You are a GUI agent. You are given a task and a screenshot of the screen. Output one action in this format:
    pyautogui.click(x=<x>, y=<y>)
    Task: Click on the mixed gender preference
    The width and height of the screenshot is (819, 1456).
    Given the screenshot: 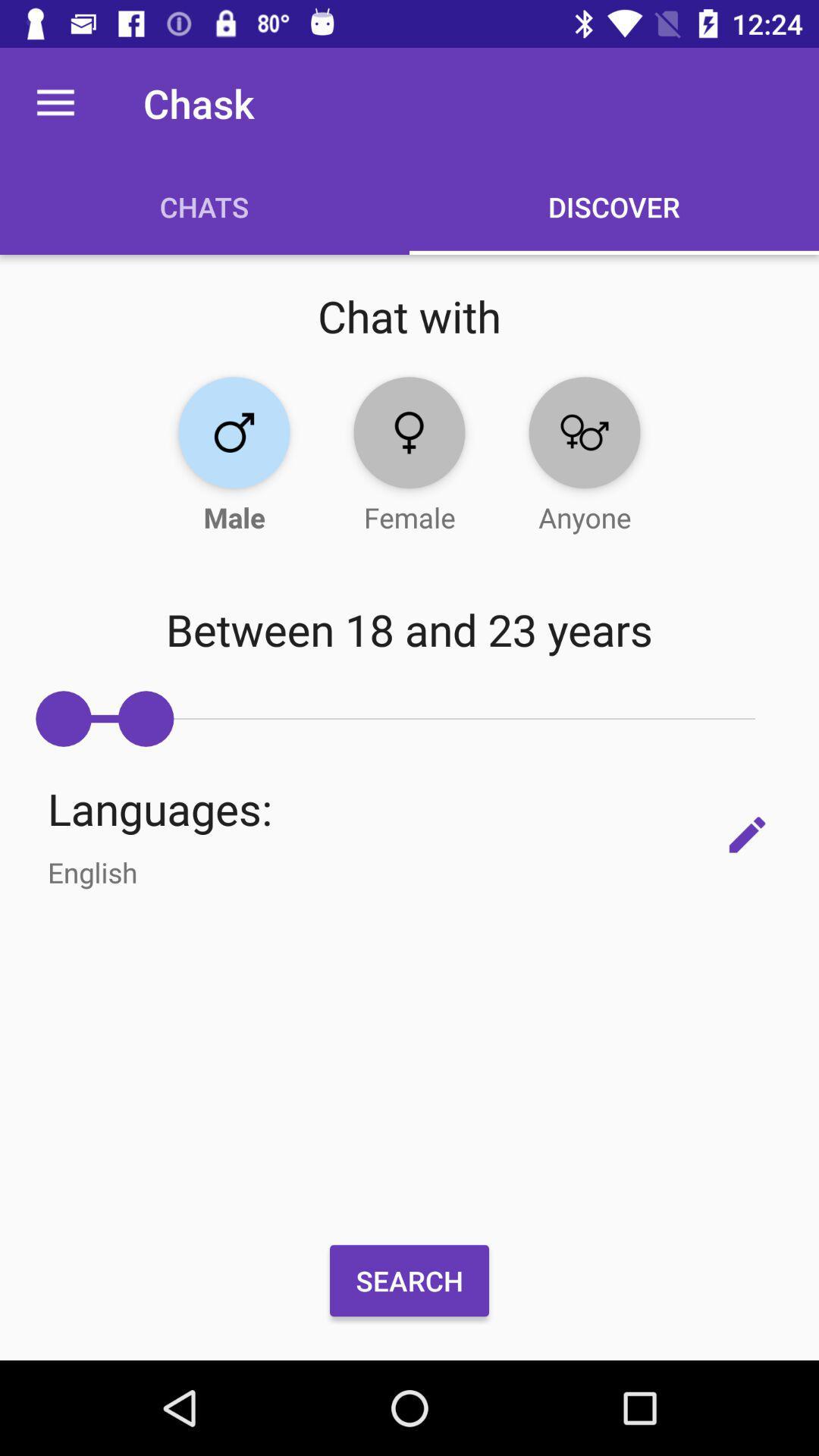 What is the action you would take?
    pyautogui.click(x=584, y=431)
    